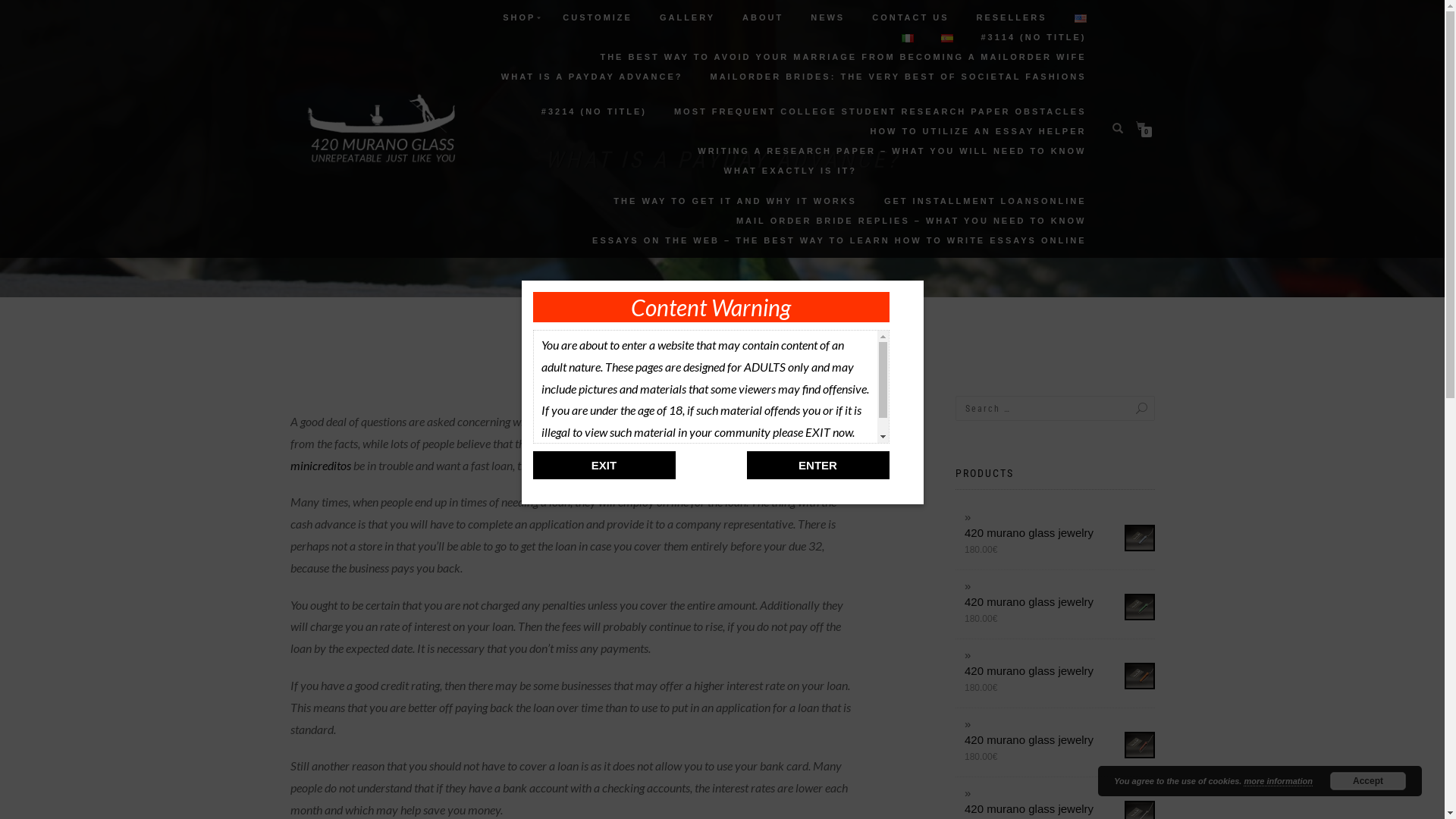 Image resolution: width=1456 pixels, height=819 pixels. I want to click on 'SHOP', so click(519, 17).